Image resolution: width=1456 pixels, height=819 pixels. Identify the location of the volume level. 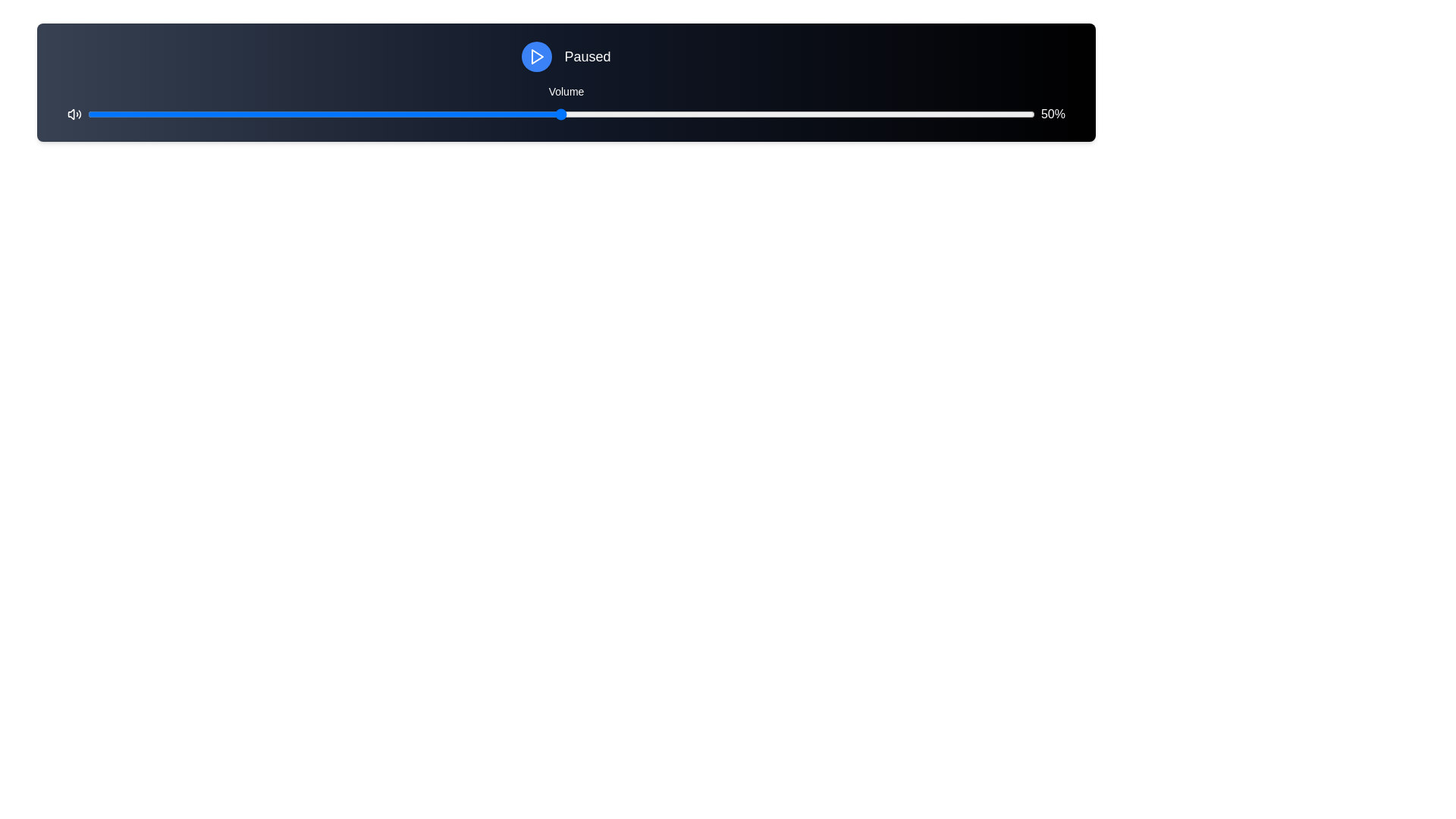
(533, 113).